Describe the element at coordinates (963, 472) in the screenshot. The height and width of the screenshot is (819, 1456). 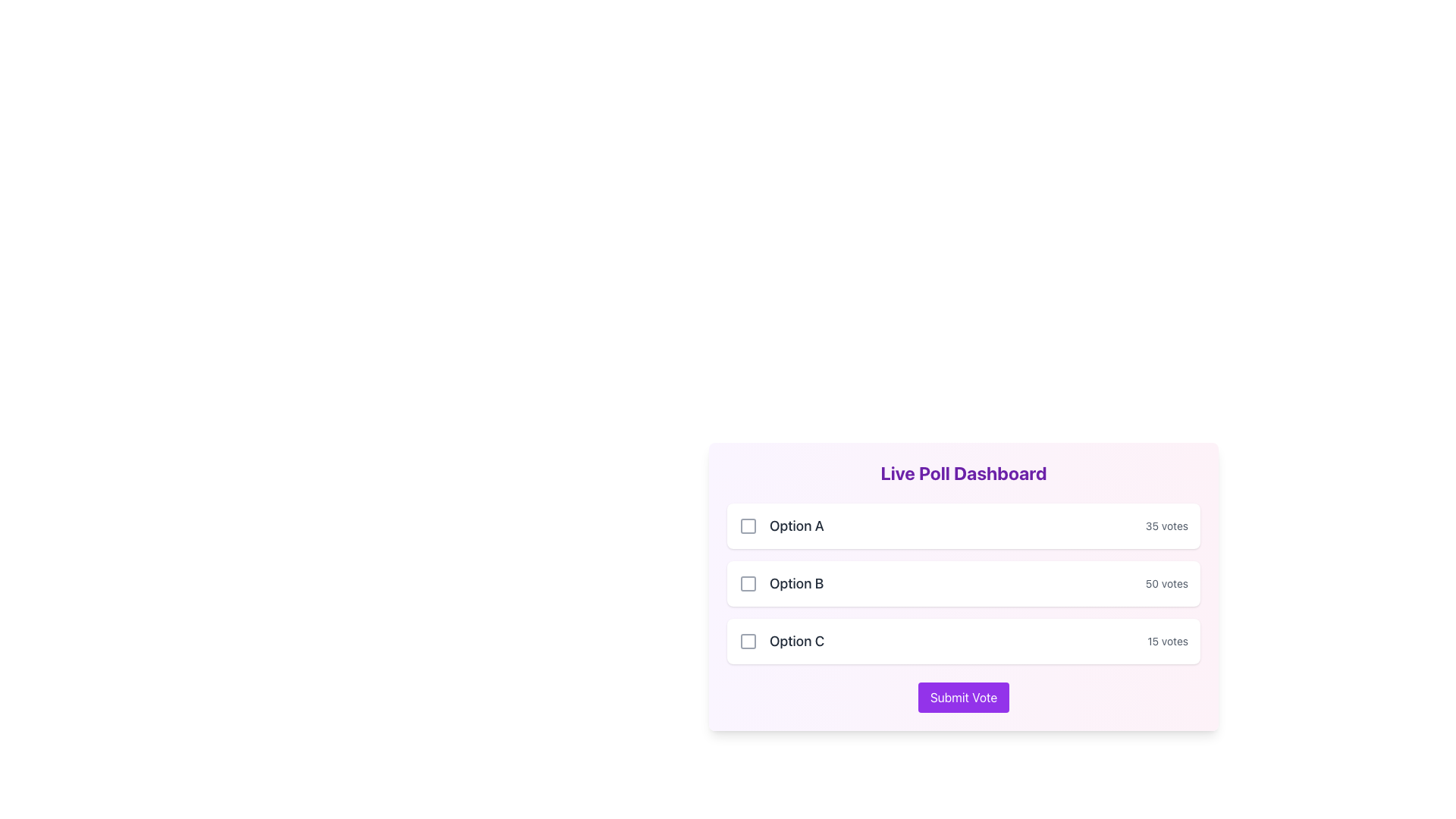
I see `the text label displaying 'Live Poll Dashboard' which is centered at the top of the poll widget's area, styled in bold large font with a vibrant purple shade` at that location.